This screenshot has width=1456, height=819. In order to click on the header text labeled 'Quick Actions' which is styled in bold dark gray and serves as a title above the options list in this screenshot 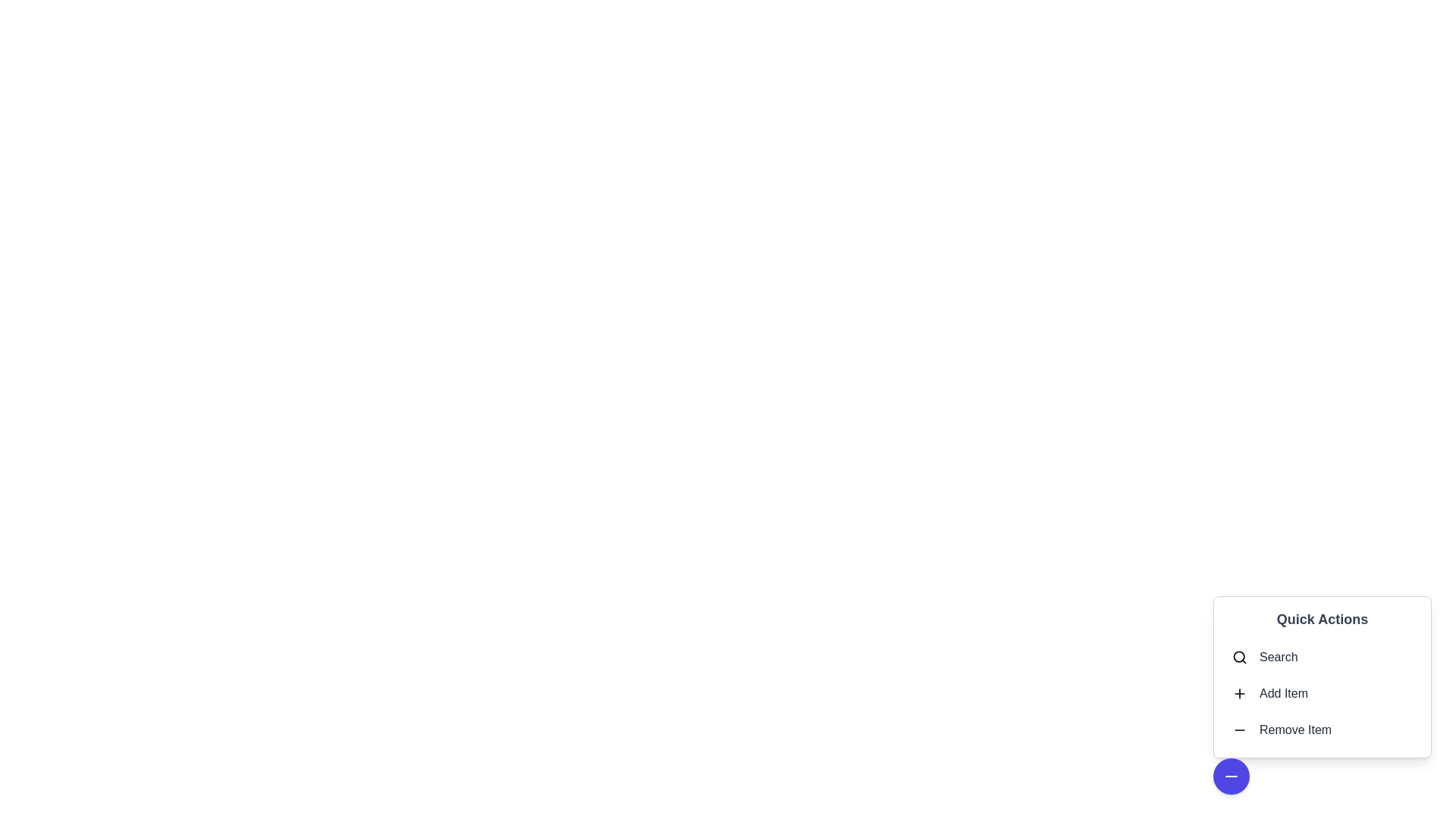, I will do `click(1321, 620)`.